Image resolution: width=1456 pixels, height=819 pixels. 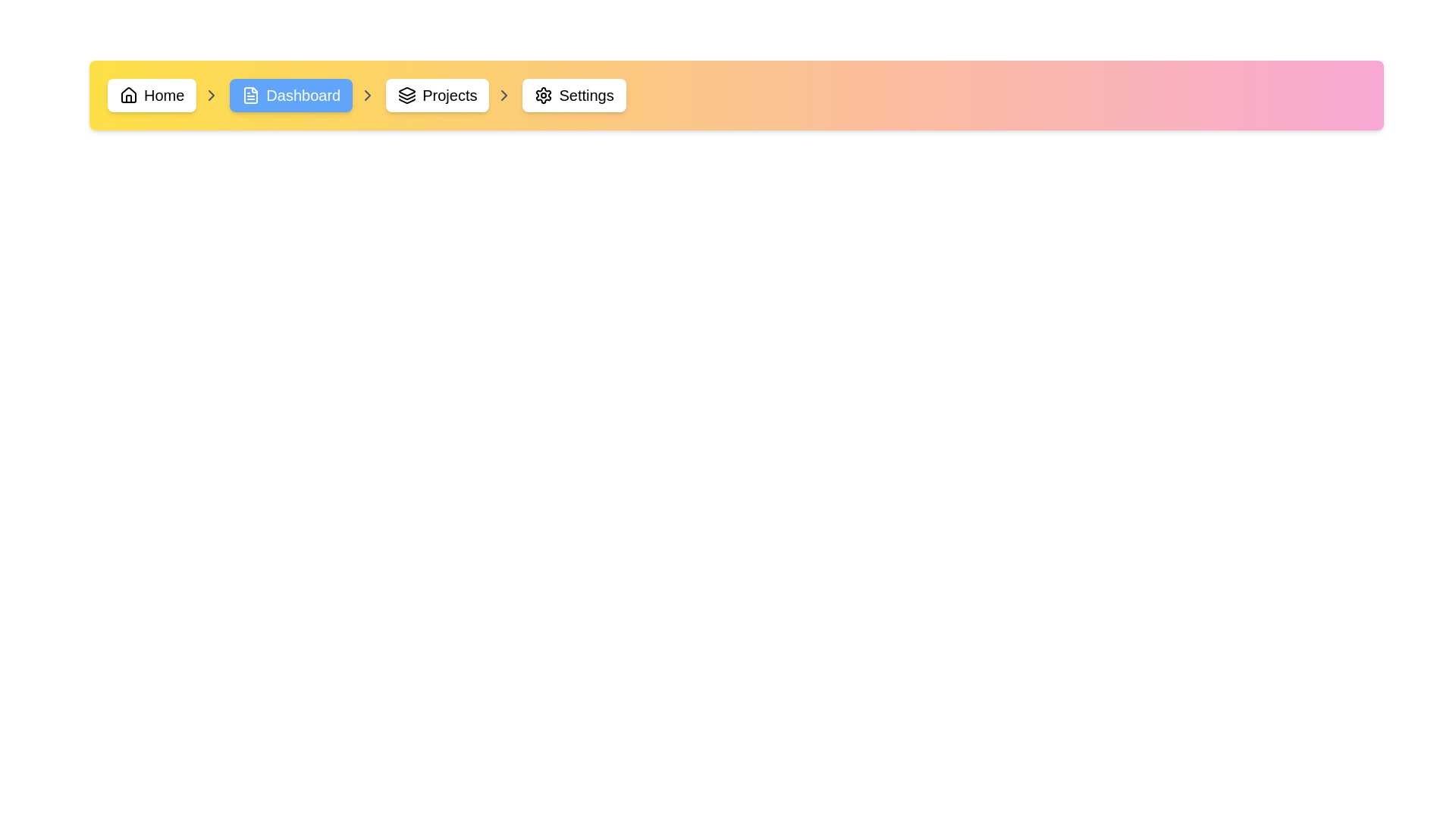 I want to click on the 'Settings' navigation button, so click(x=573, y=96).